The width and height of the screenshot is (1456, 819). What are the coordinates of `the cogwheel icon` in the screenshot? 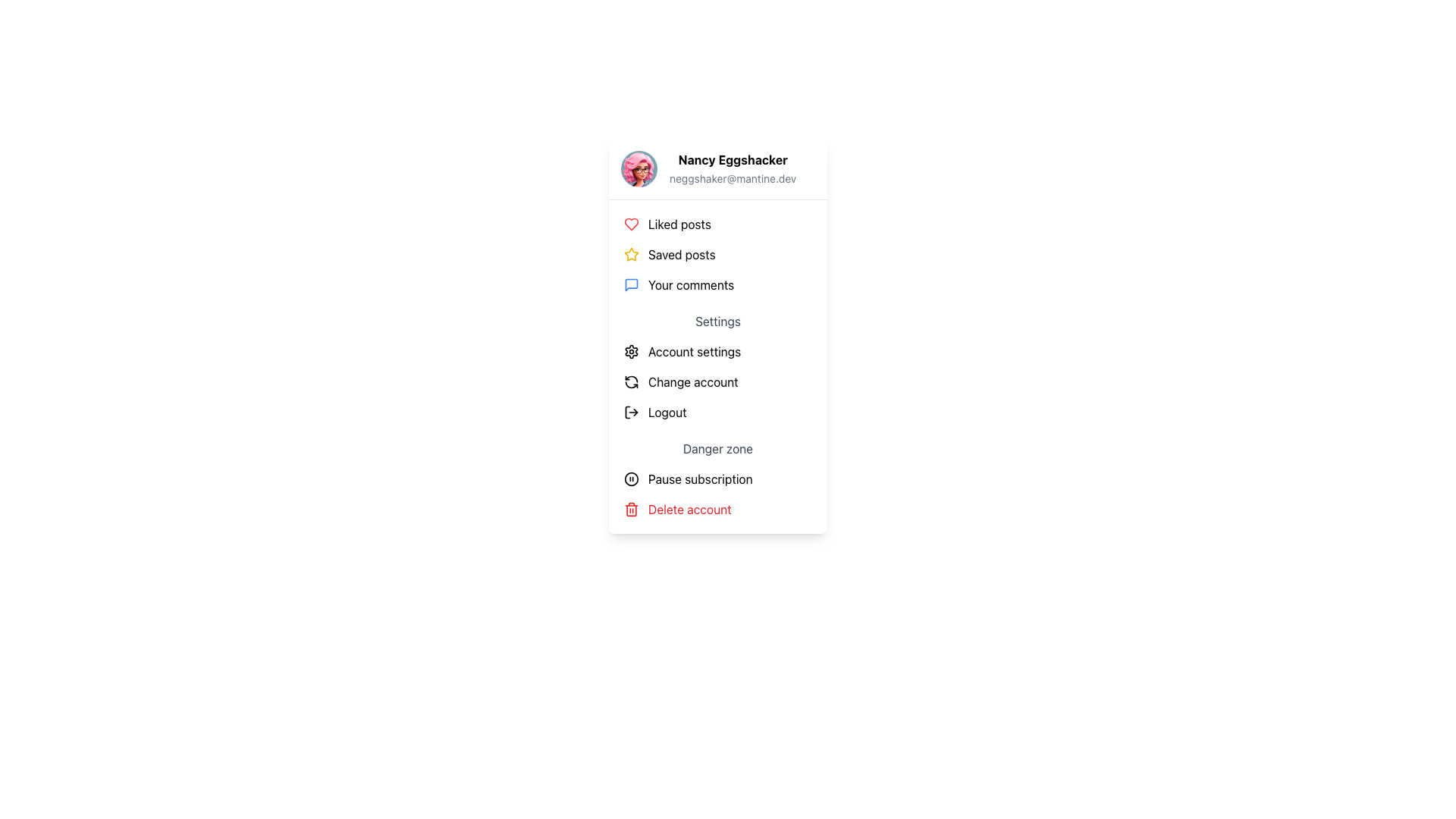 It's located at (632, 351).